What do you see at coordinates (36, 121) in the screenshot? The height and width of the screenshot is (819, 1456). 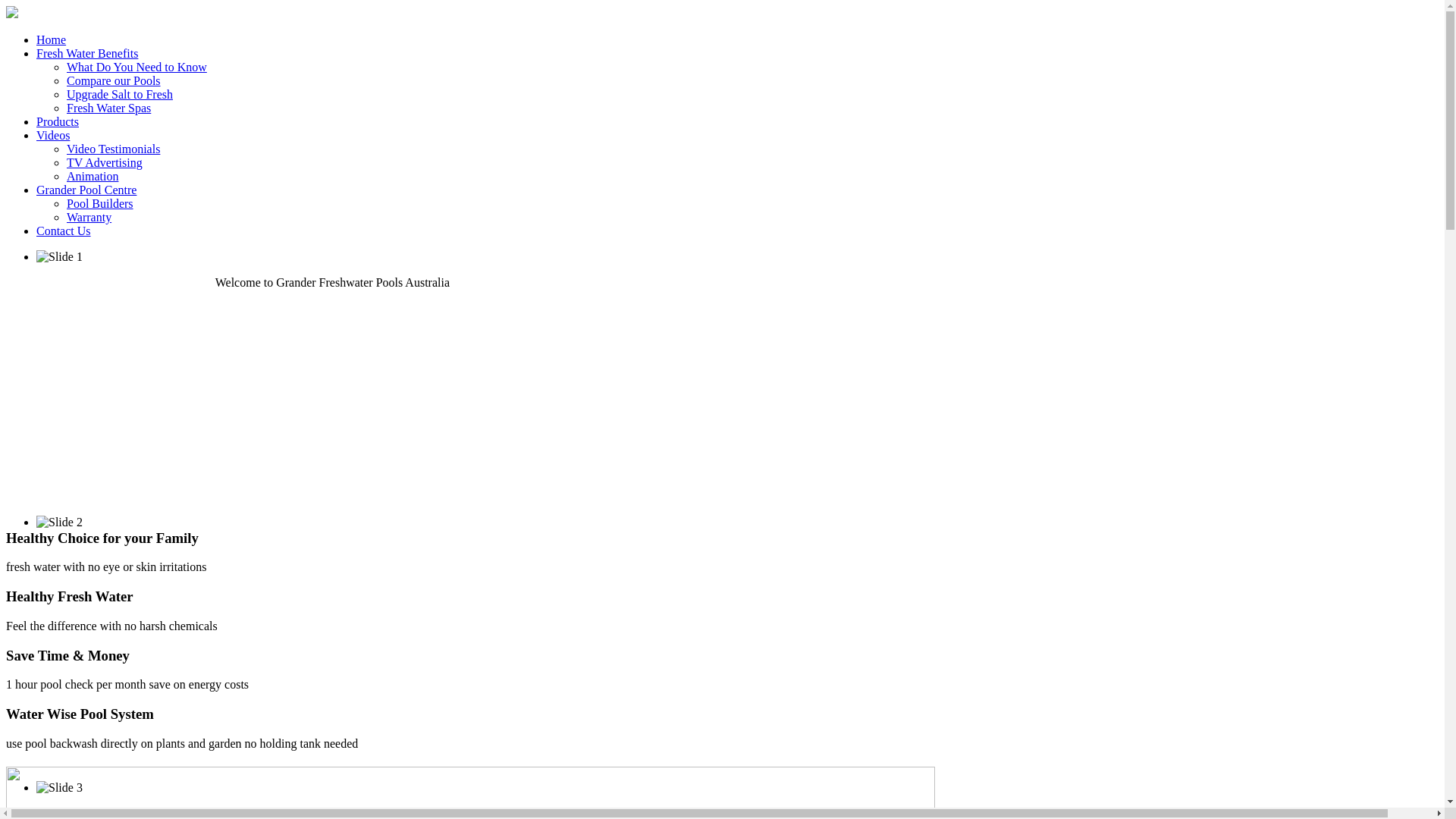 I see `'Products'` at bounding box center [36, 121].